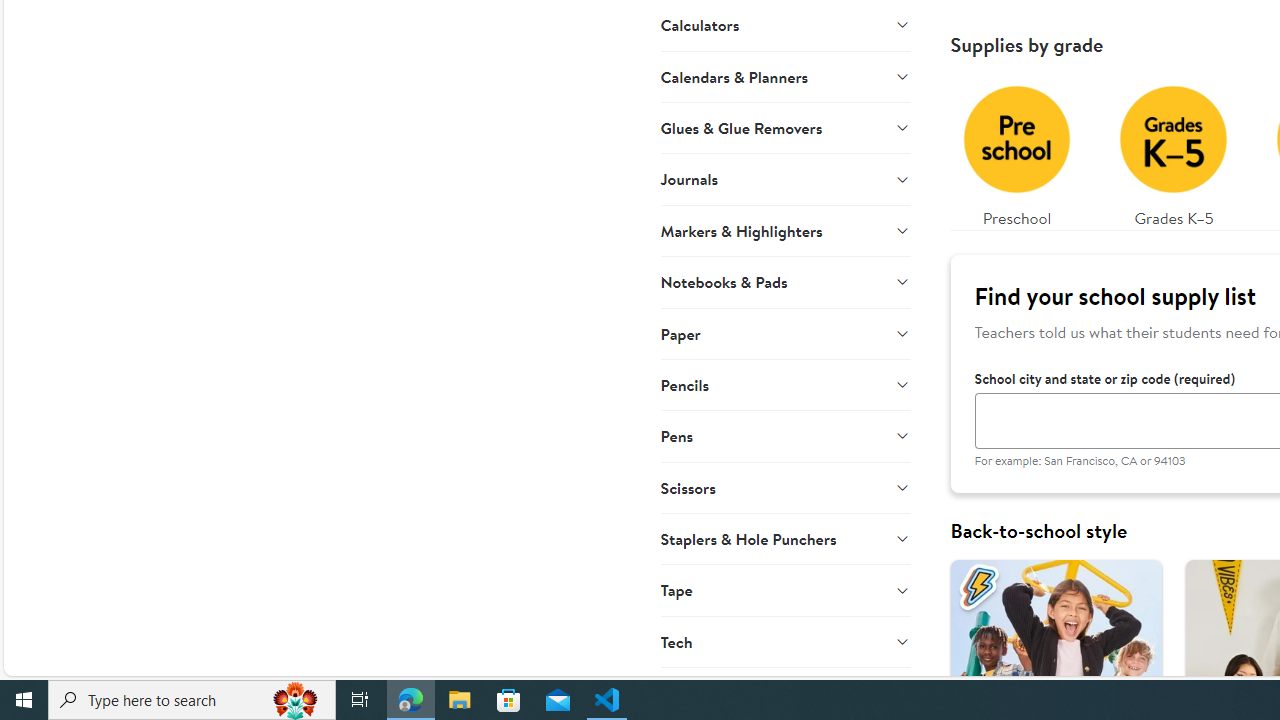 The width and height of the screenshot is (1280, 720). I want to click on 'Staplers & Hole Punchers', so click(784, 537).